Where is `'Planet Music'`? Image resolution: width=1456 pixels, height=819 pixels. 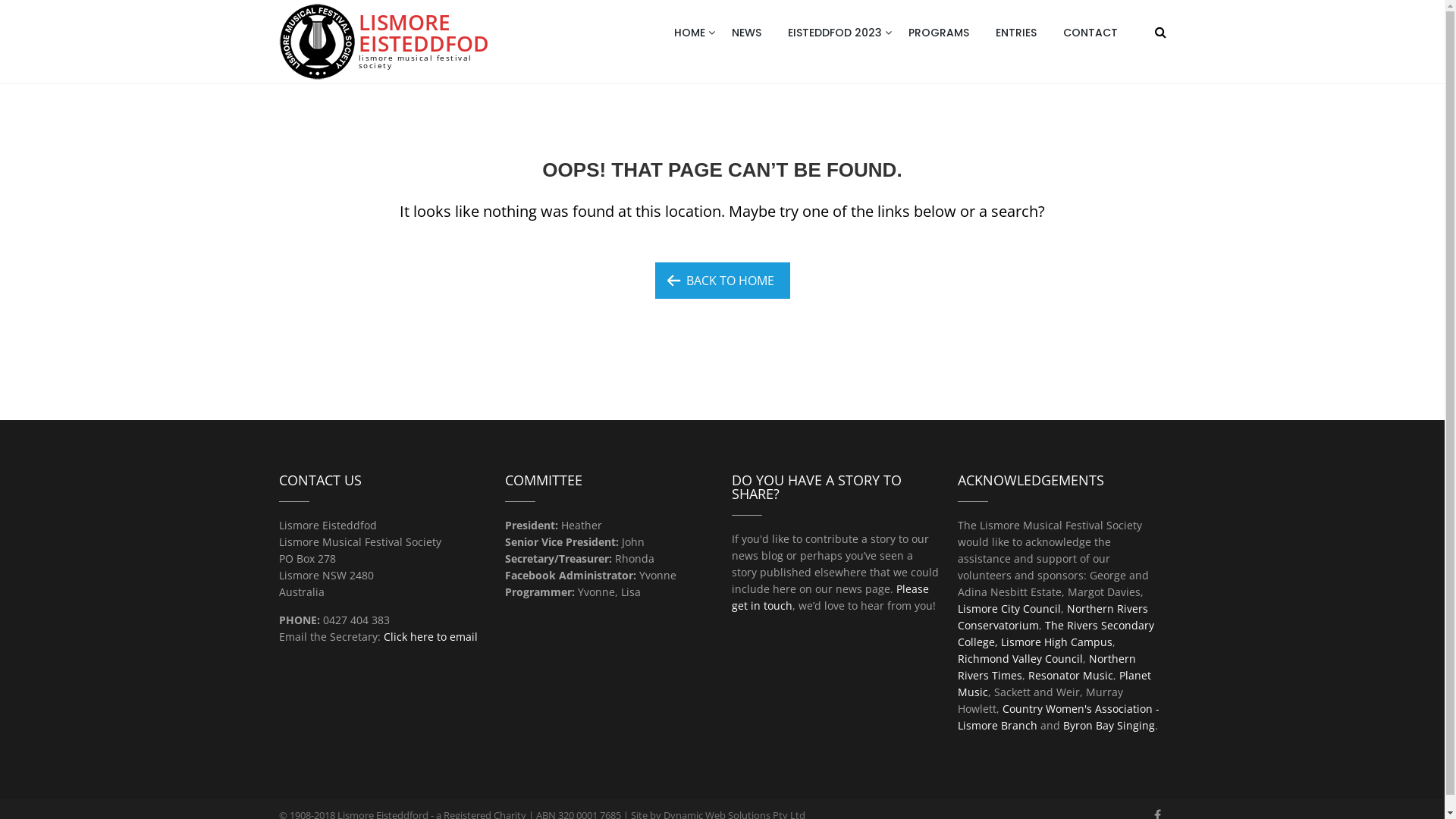 'Planet Music' is located at coordinates (1053, 683).